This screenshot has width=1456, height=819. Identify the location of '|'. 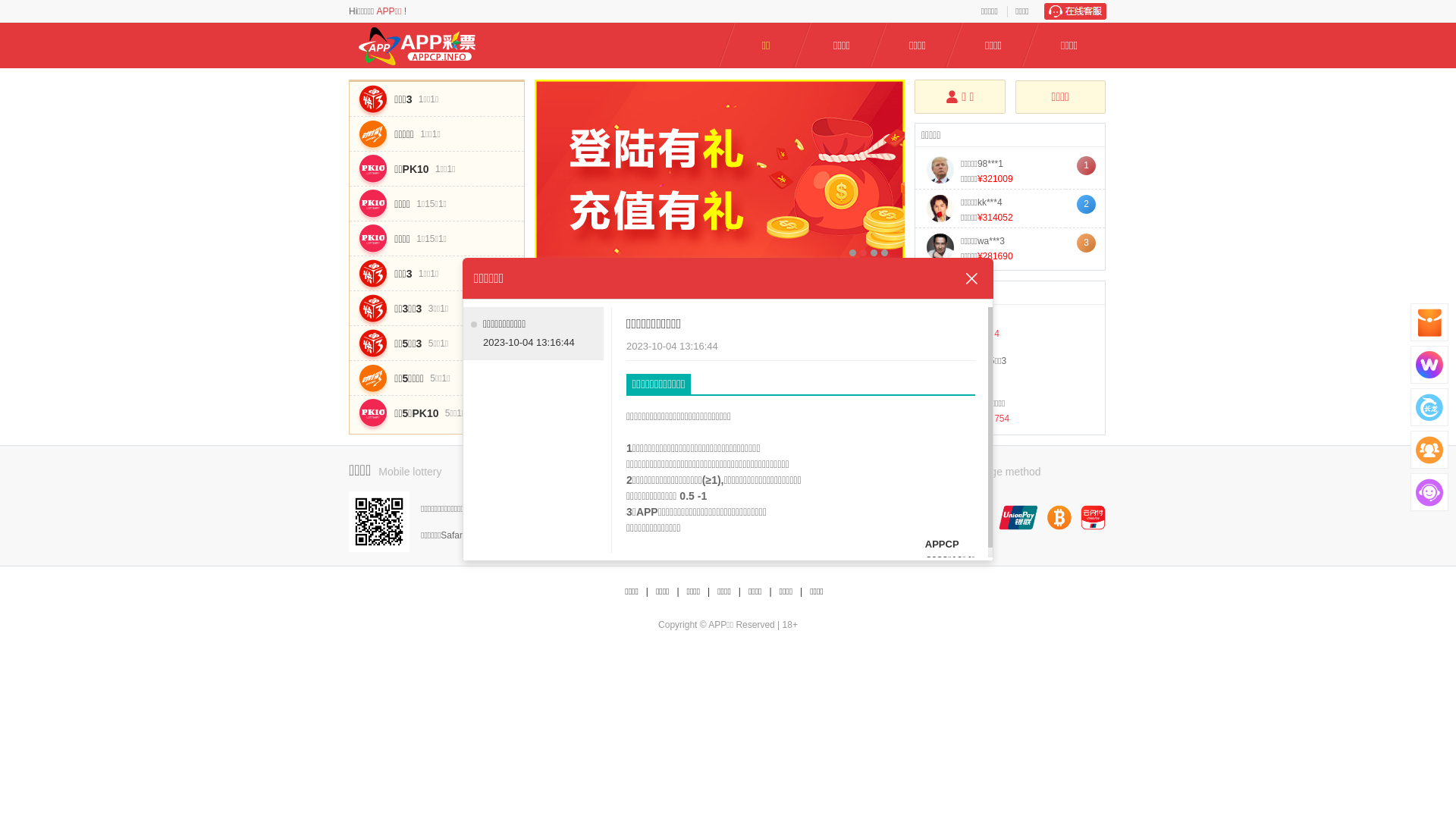
(676, 591).